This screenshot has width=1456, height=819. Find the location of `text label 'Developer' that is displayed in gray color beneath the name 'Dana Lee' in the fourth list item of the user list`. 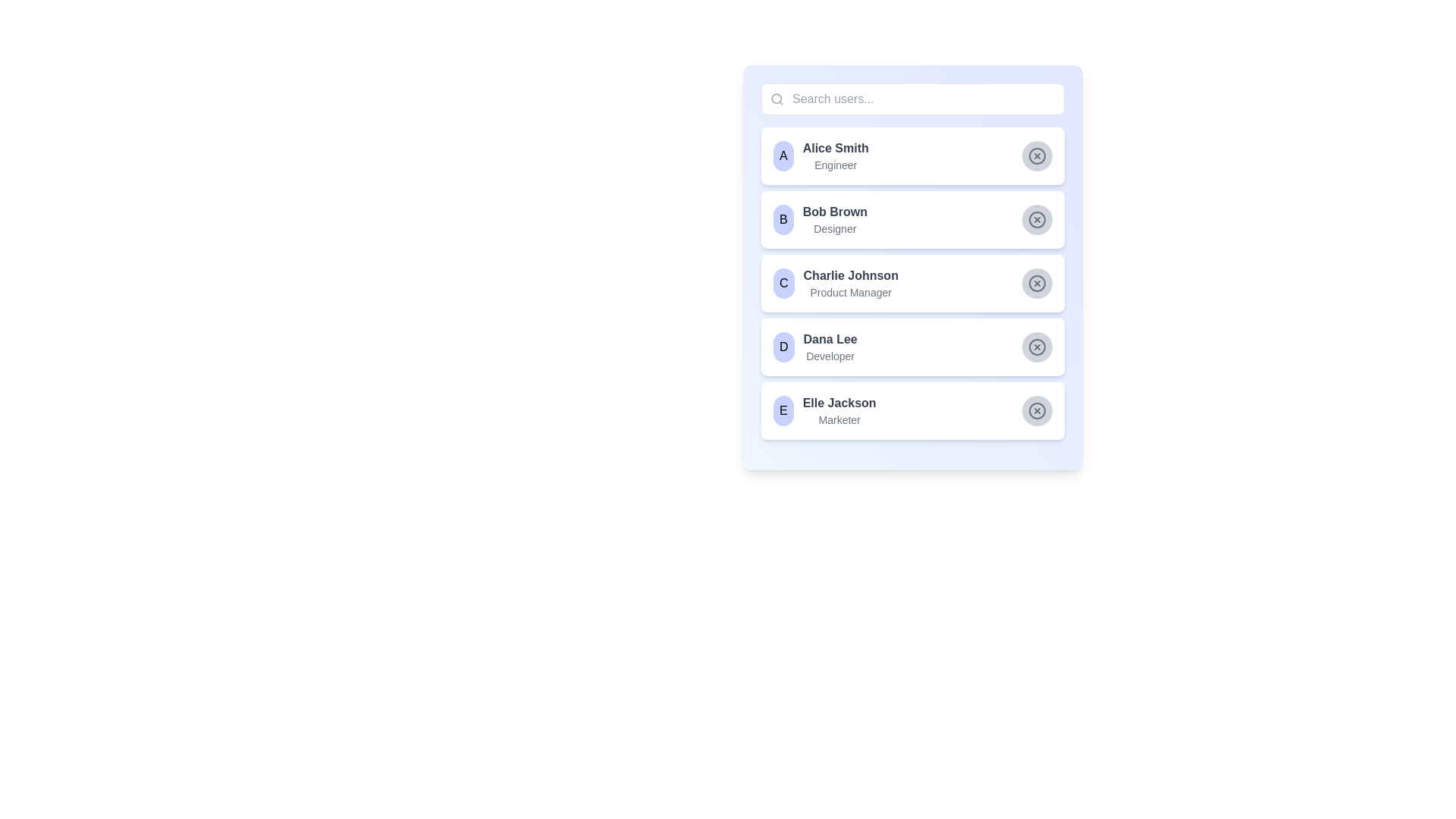

text label 'Developer' that is displayed in gray color beneath the name 'Dana Lee' in the fourth list item of the user list is located at coordinates (830, 356).